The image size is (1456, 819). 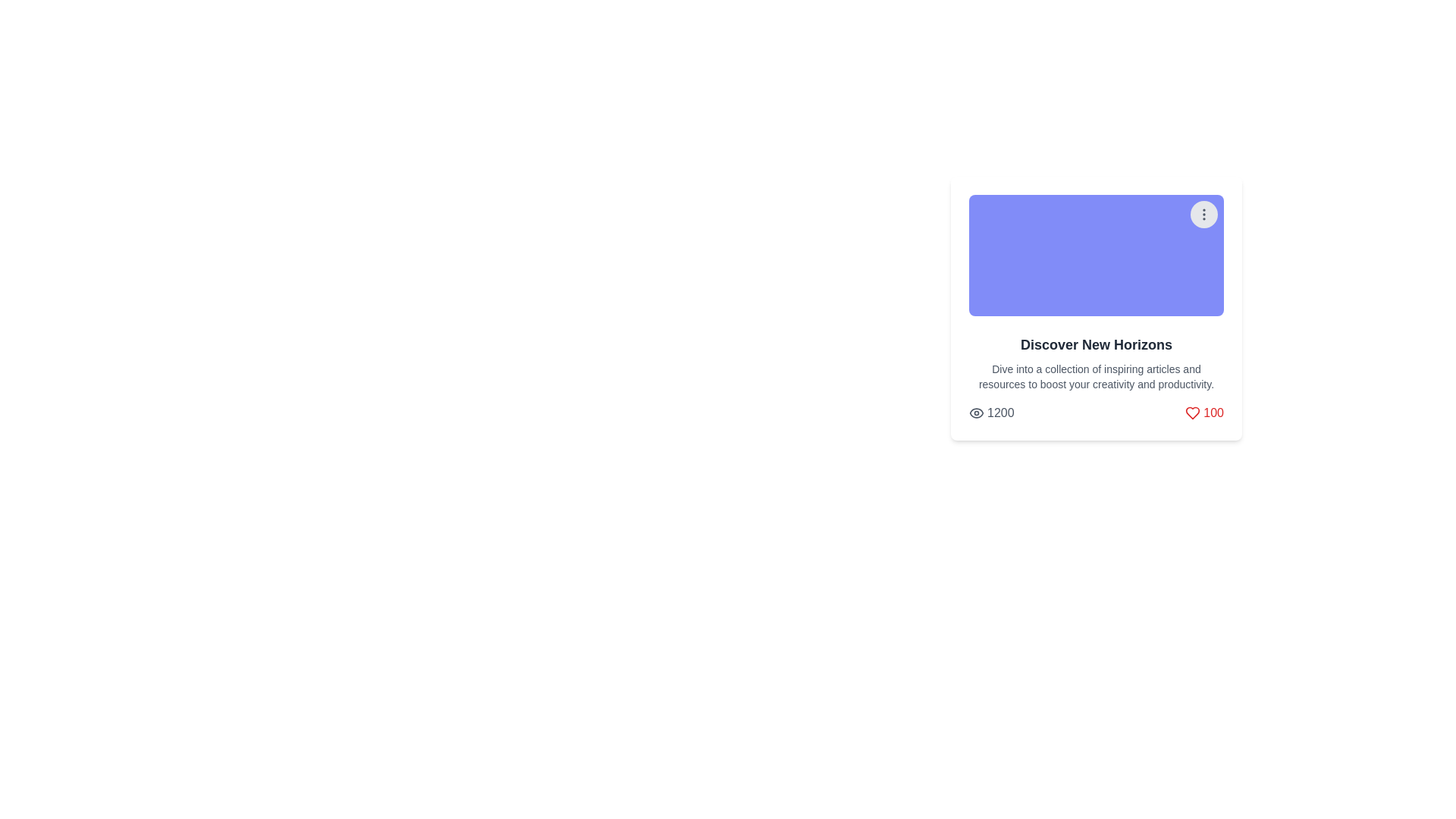 I want to click on the menu button located at the top-right corner of the blue rectangular area, so click(x=1203, y=214).